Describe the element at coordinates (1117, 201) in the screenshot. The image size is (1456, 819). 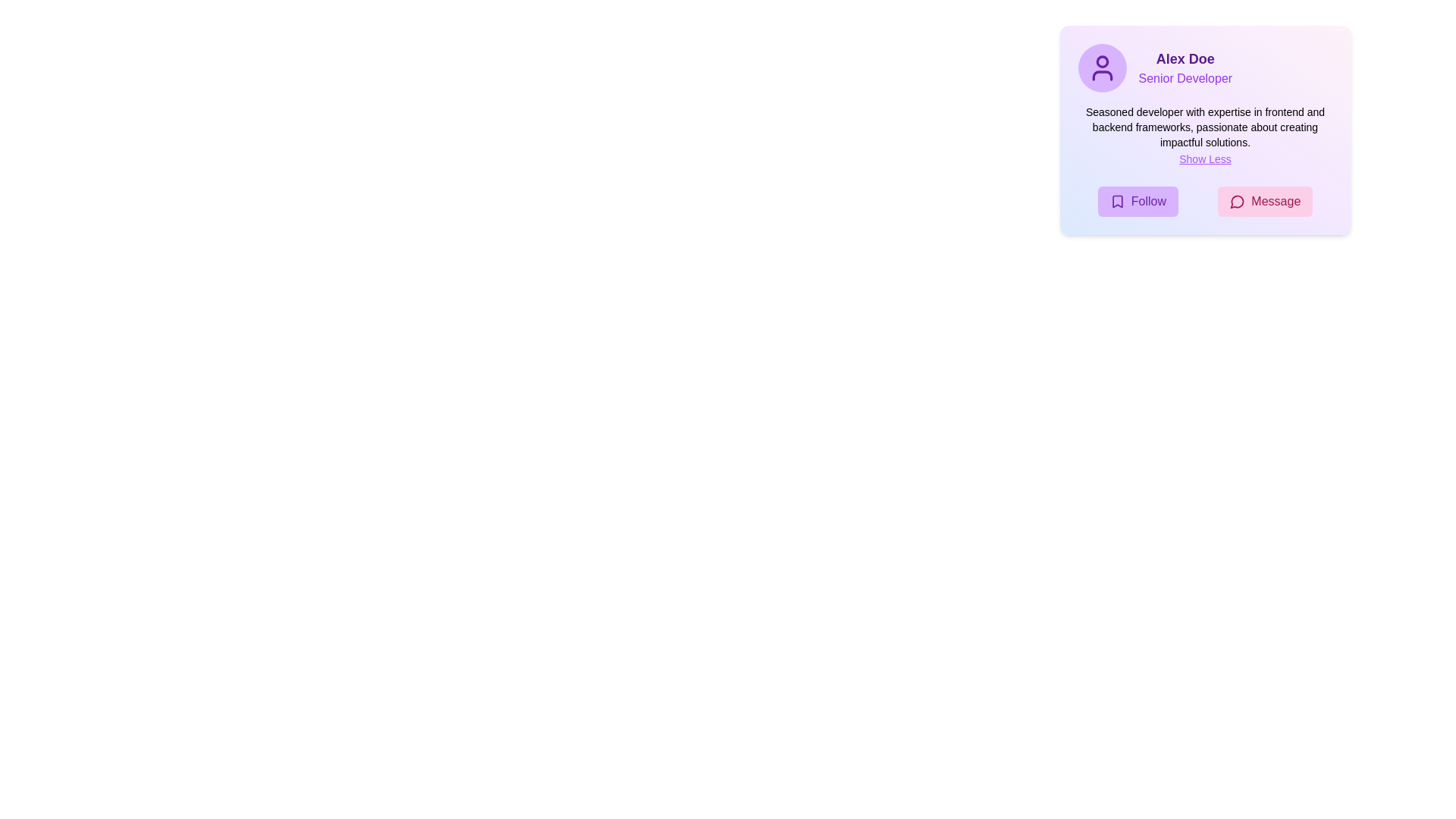
I see `the 'Follow' button, which includes the bookmark symbol icon located immediately to the left of the 'Follow' text` at that location.